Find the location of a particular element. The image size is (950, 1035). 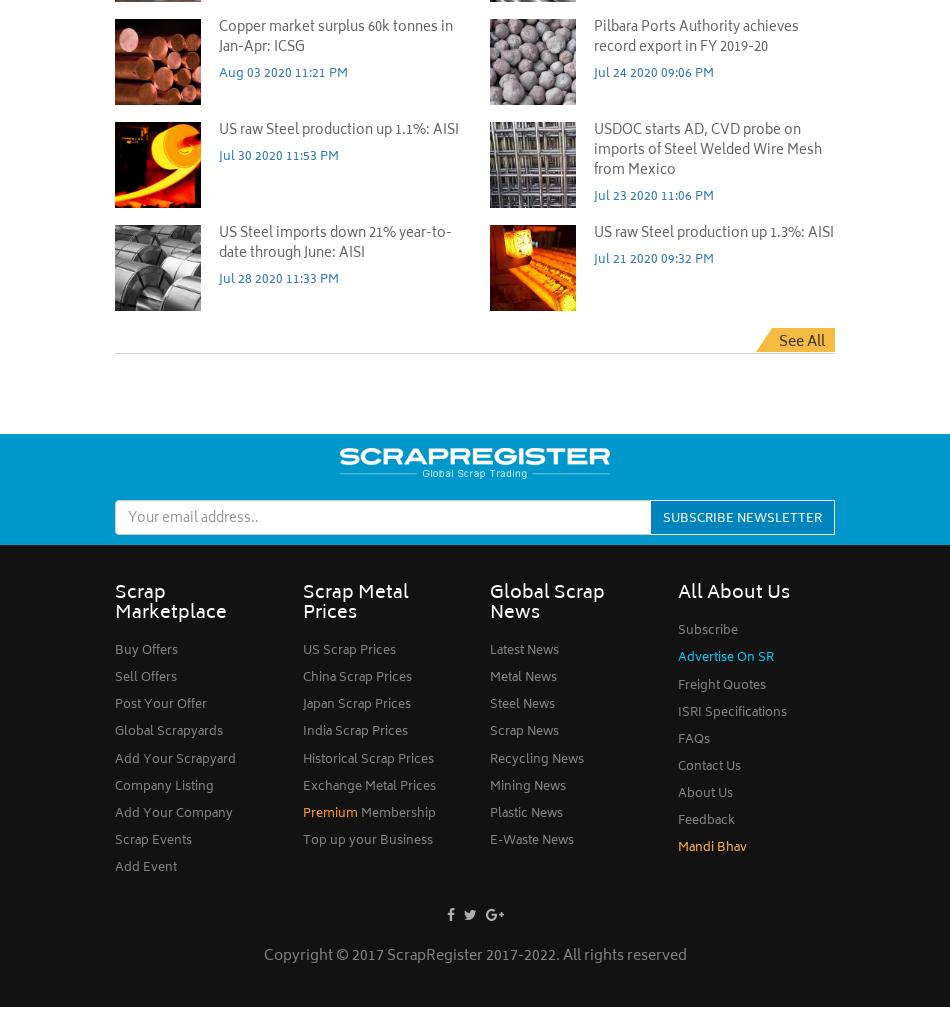

'Global Scrap News' is located at coordinates (547, 603).